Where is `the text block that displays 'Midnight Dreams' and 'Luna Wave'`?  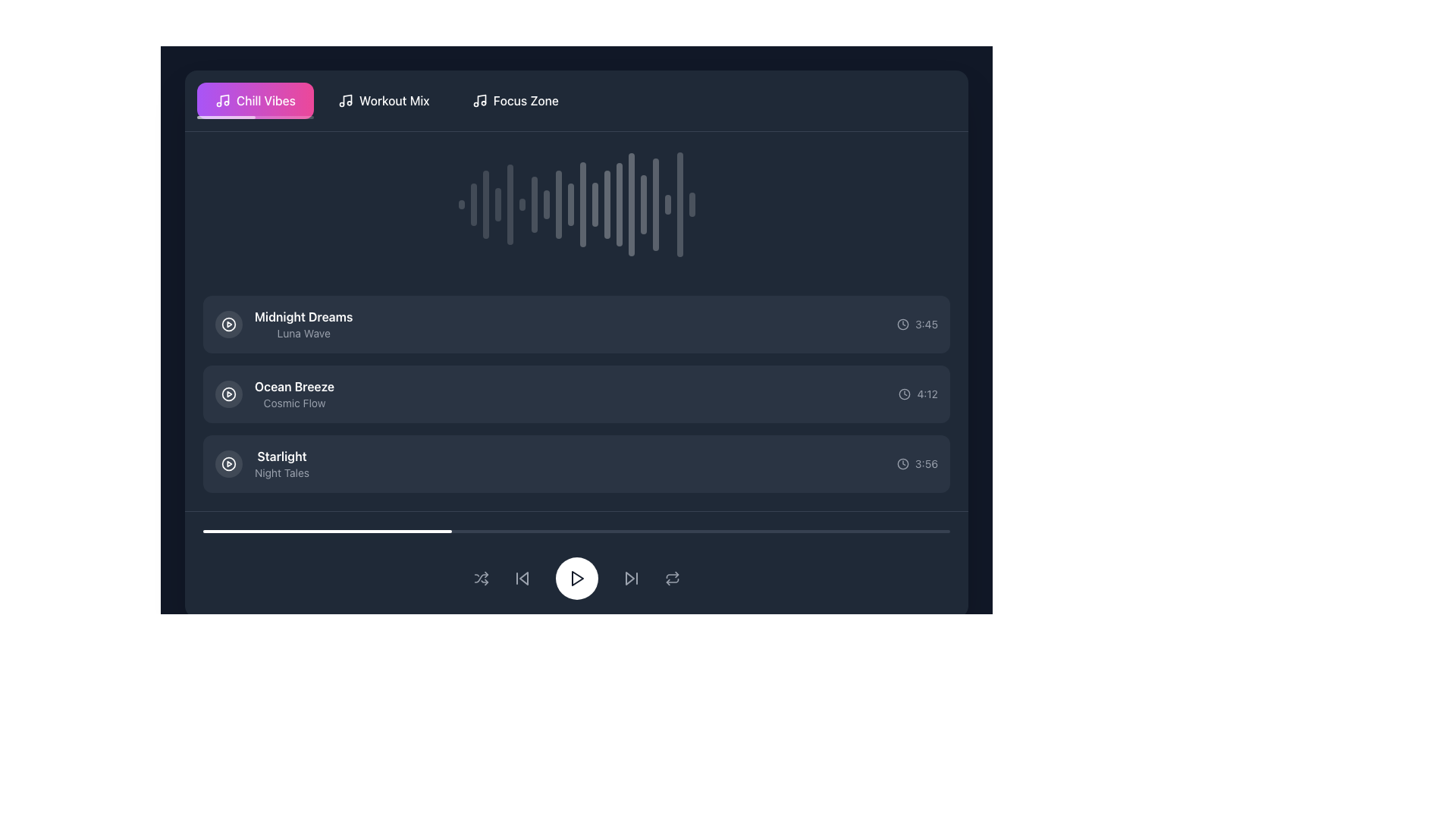
the text block that displays 'Midnight Dreams' and 'Luna Wave' is located at coordinates (303, 324).